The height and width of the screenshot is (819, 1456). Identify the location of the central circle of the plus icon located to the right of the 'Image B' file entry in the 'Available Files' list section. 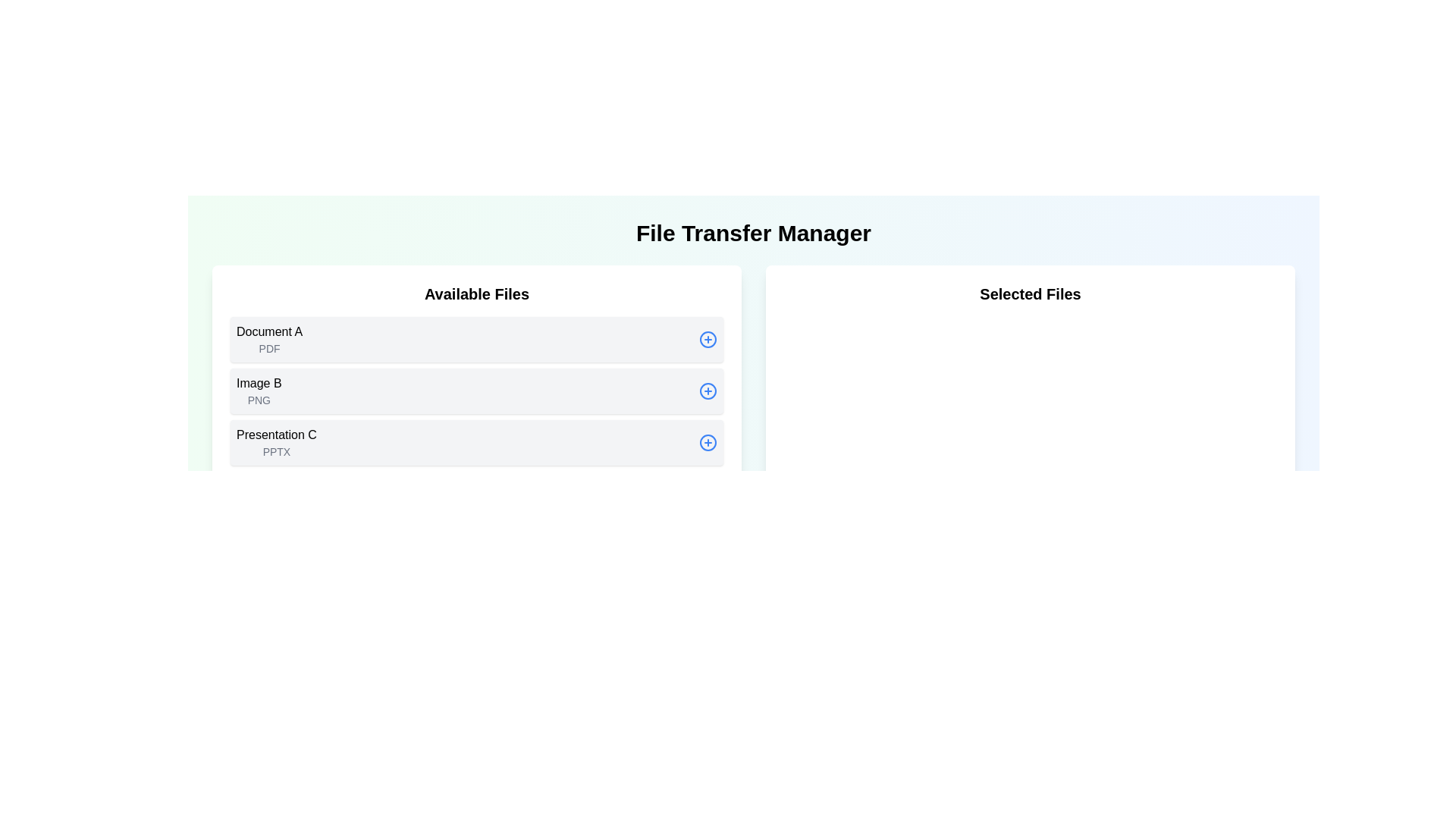
(708, 391).